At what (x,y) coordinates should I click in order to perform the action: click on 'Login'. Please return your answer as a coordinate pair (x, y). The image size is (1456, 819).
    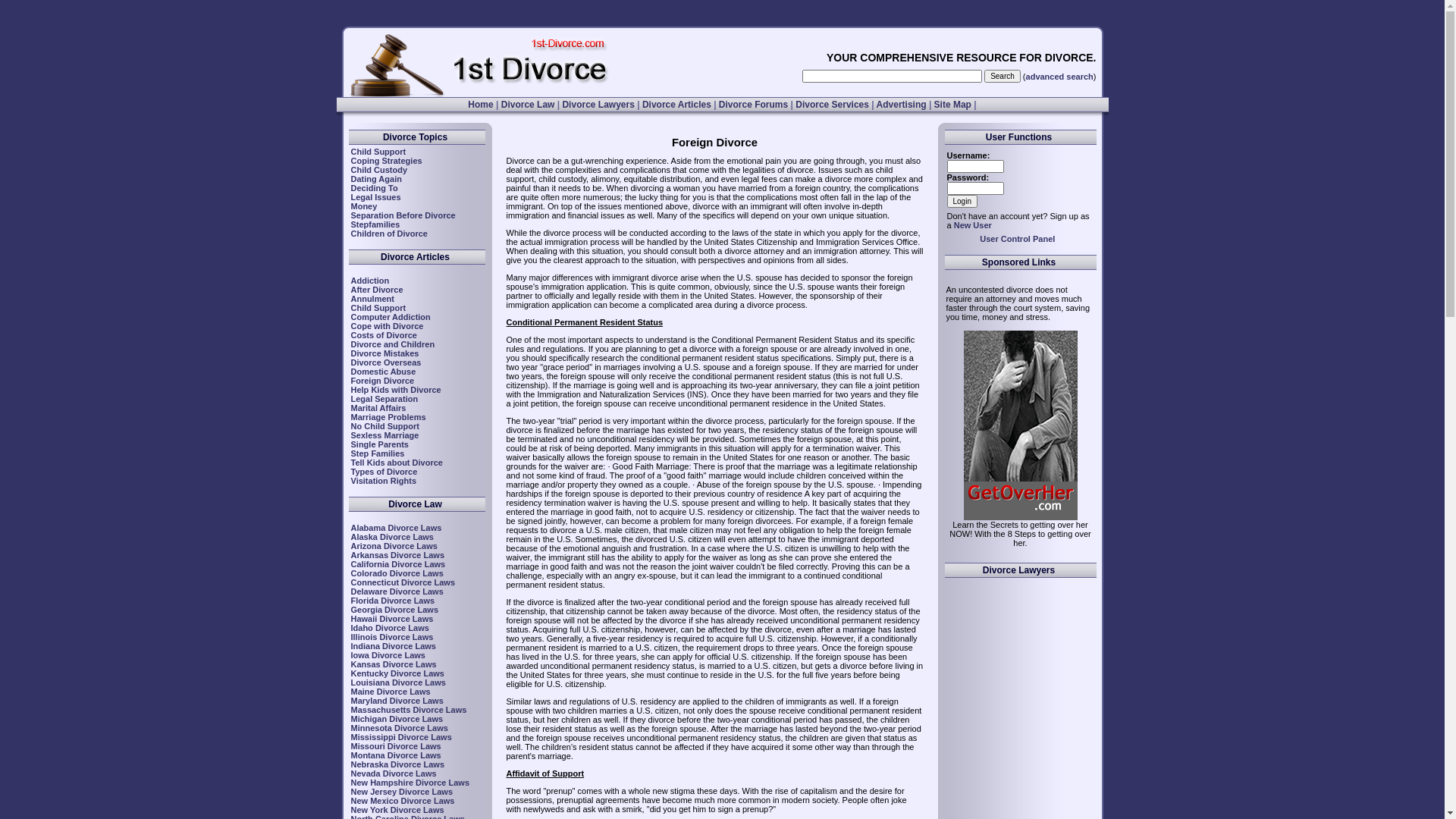
    Looking at the image, I should click on (960, 200).